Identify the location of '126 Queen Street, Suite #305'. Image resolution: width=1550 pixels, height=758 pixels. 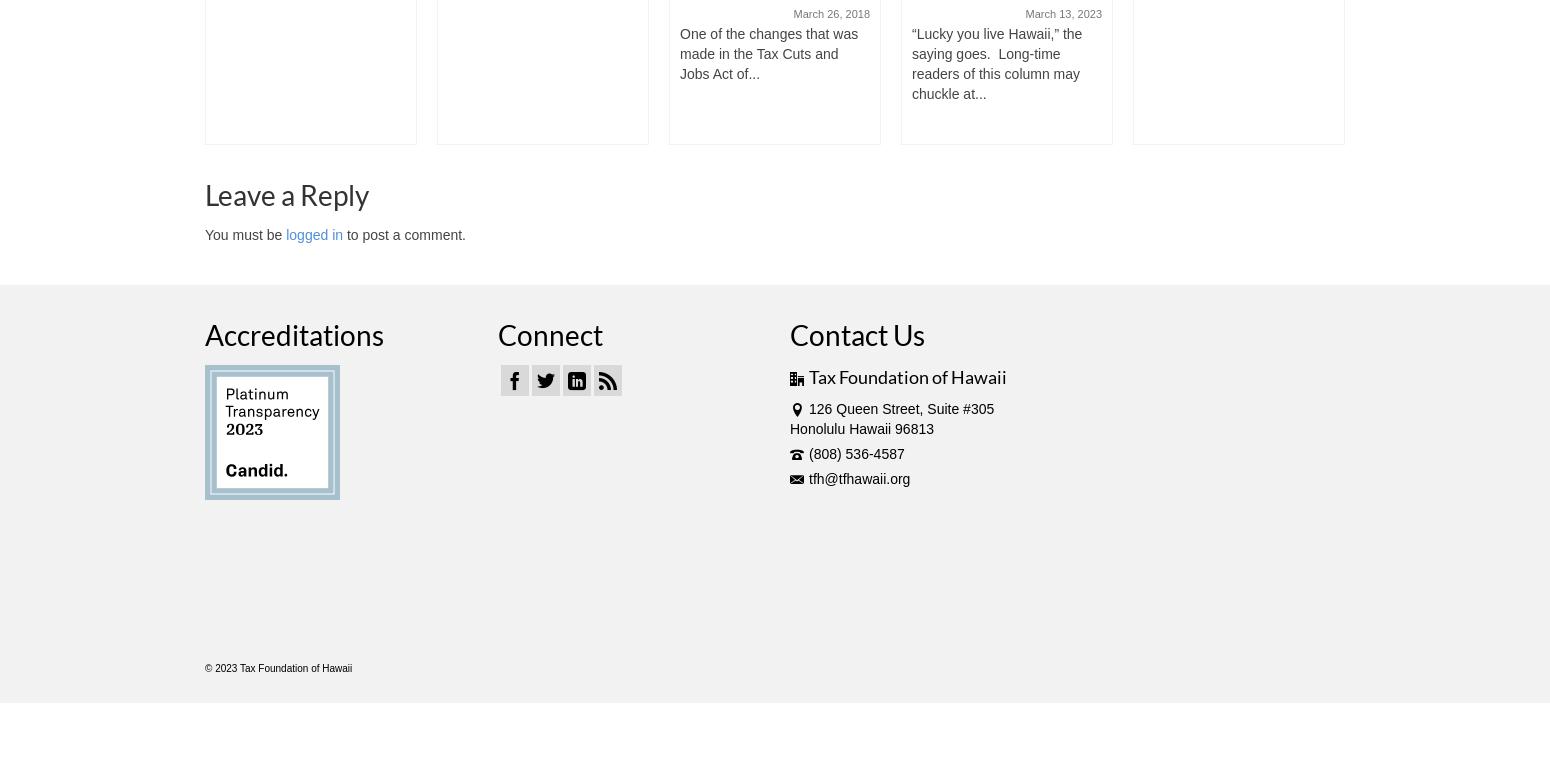
(901, 408).